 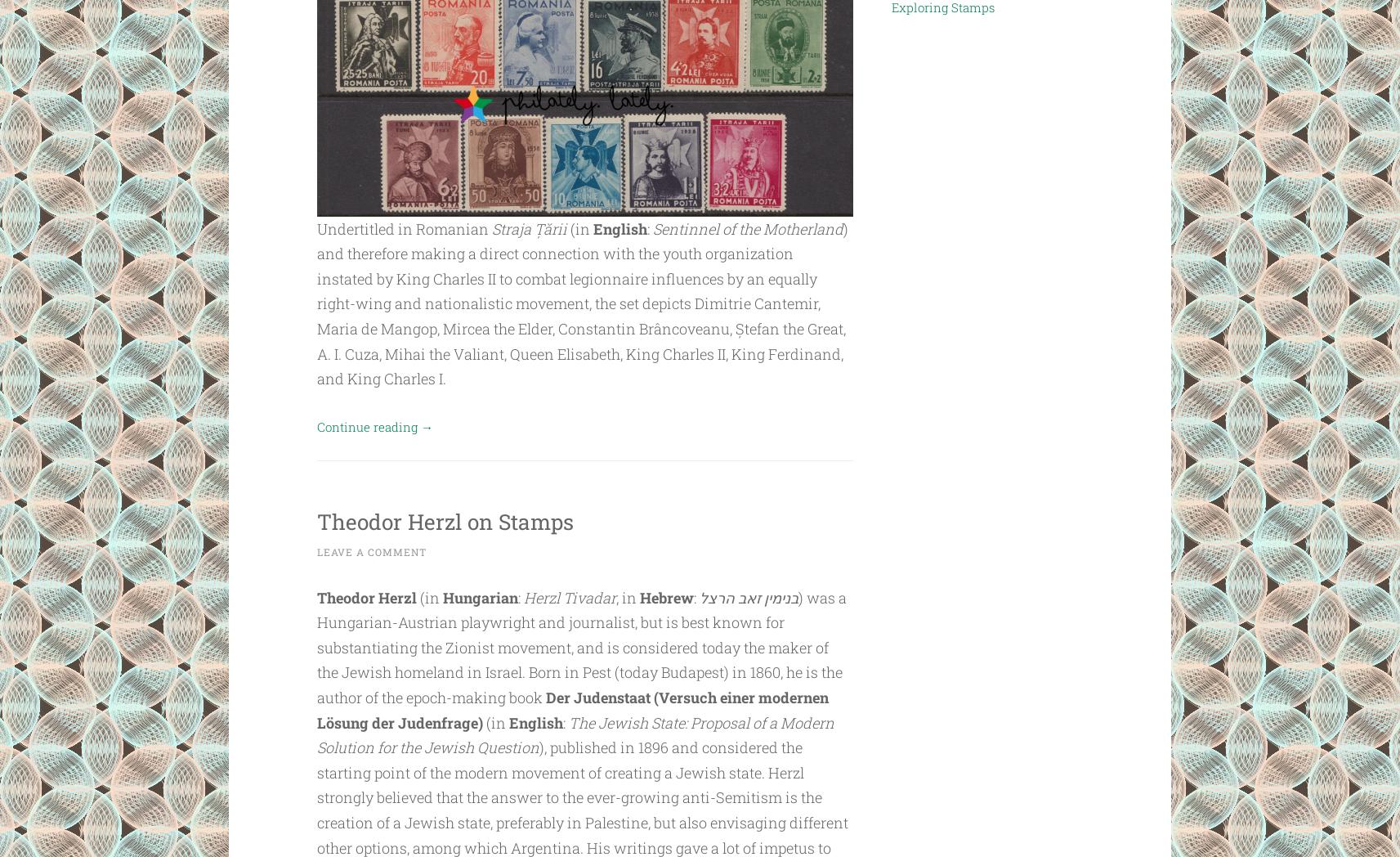 What do you see at coordinates (315, 425) in the screenshot?
I see `'Continue reading'` at bounding box center [315, 425].